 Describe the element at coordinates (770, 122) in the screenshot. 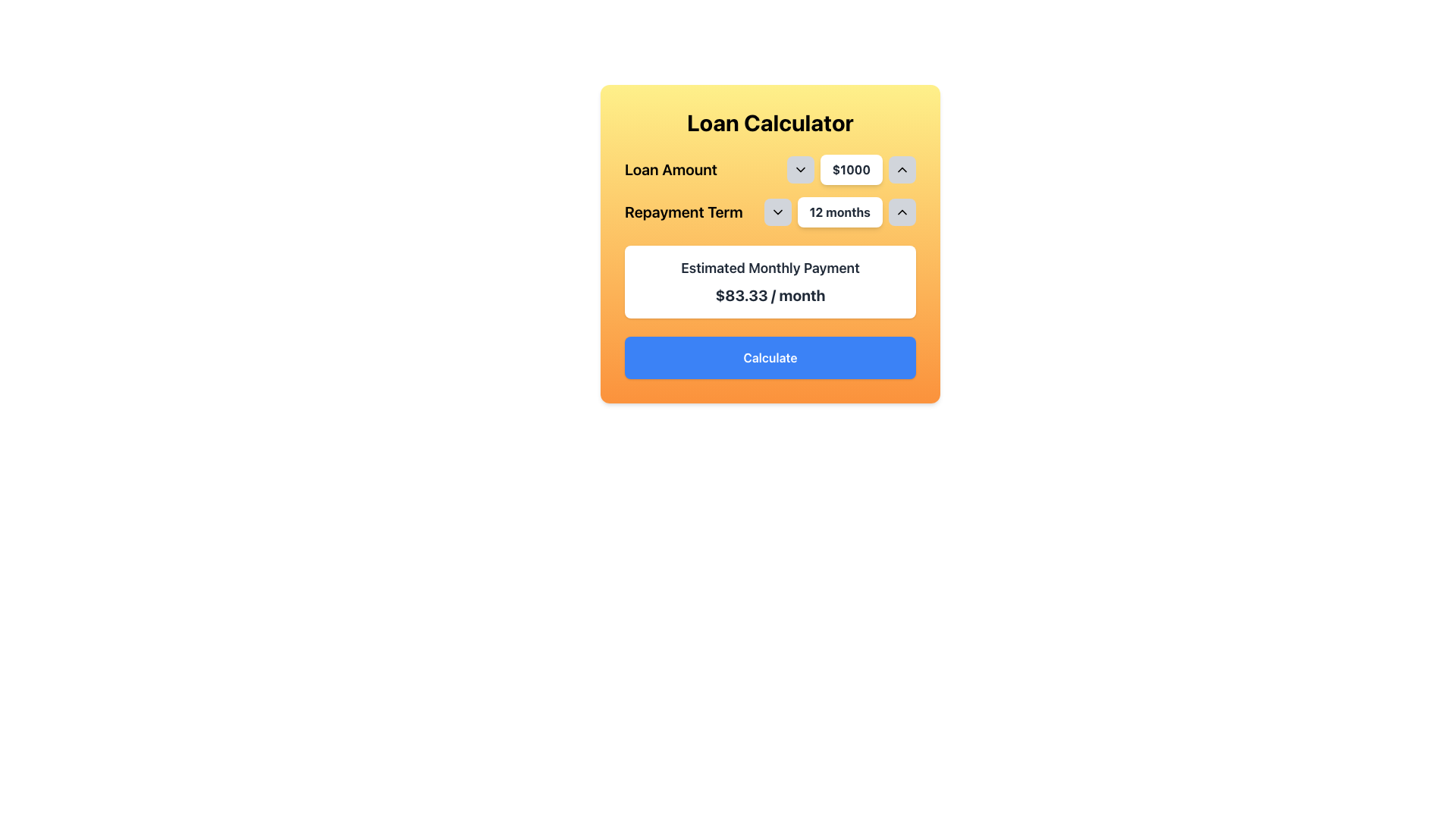

I see `the bold, centered title text 'Loan Calculator' which is positioned at the top of the card-like UI design` at that location.